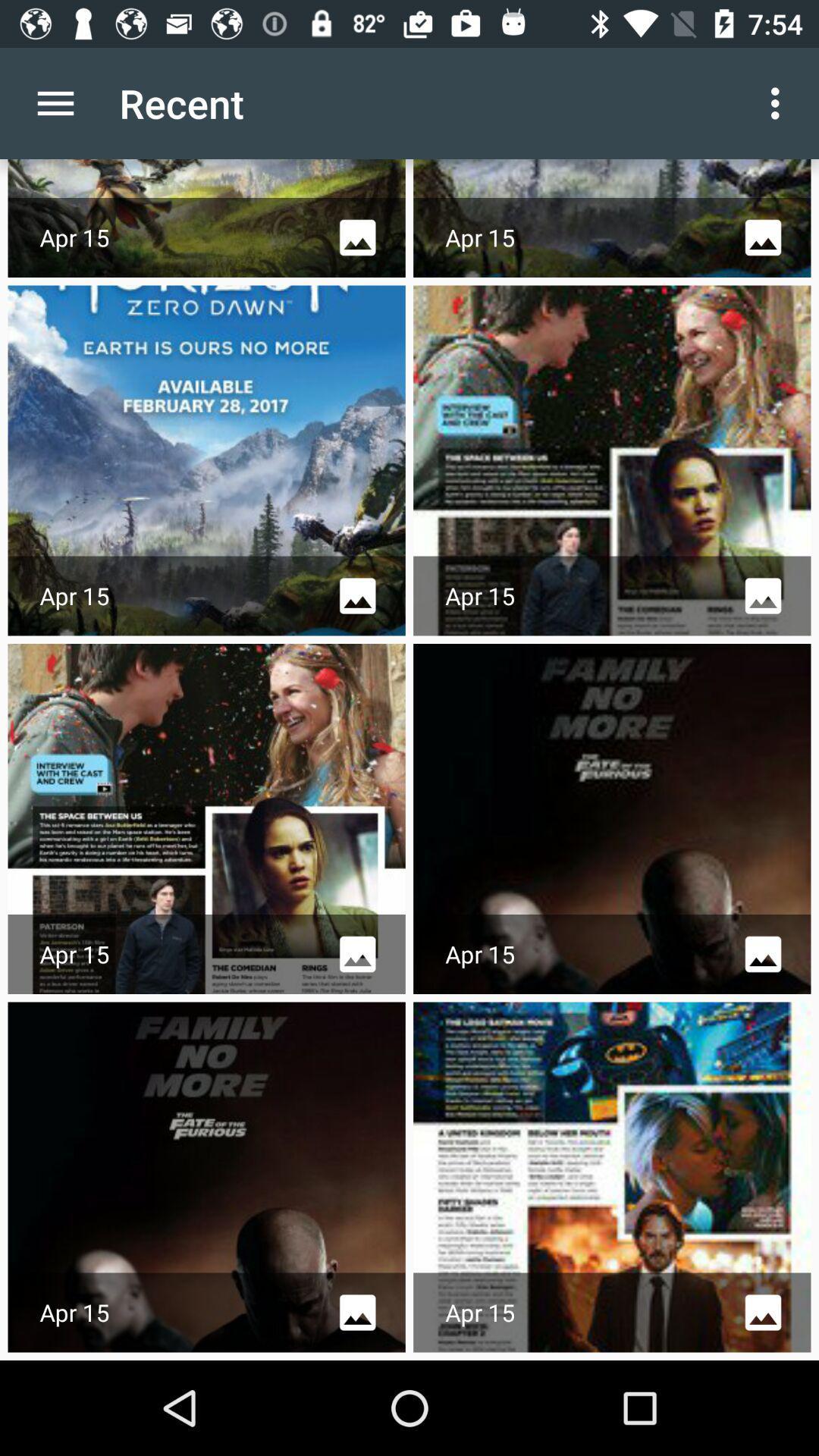 Image resolution: width=819 pixels, height=1456 pixels. Describe the element at coordinates (611, 818) in the screenshot. I see `second option in third row of the page` at that location.